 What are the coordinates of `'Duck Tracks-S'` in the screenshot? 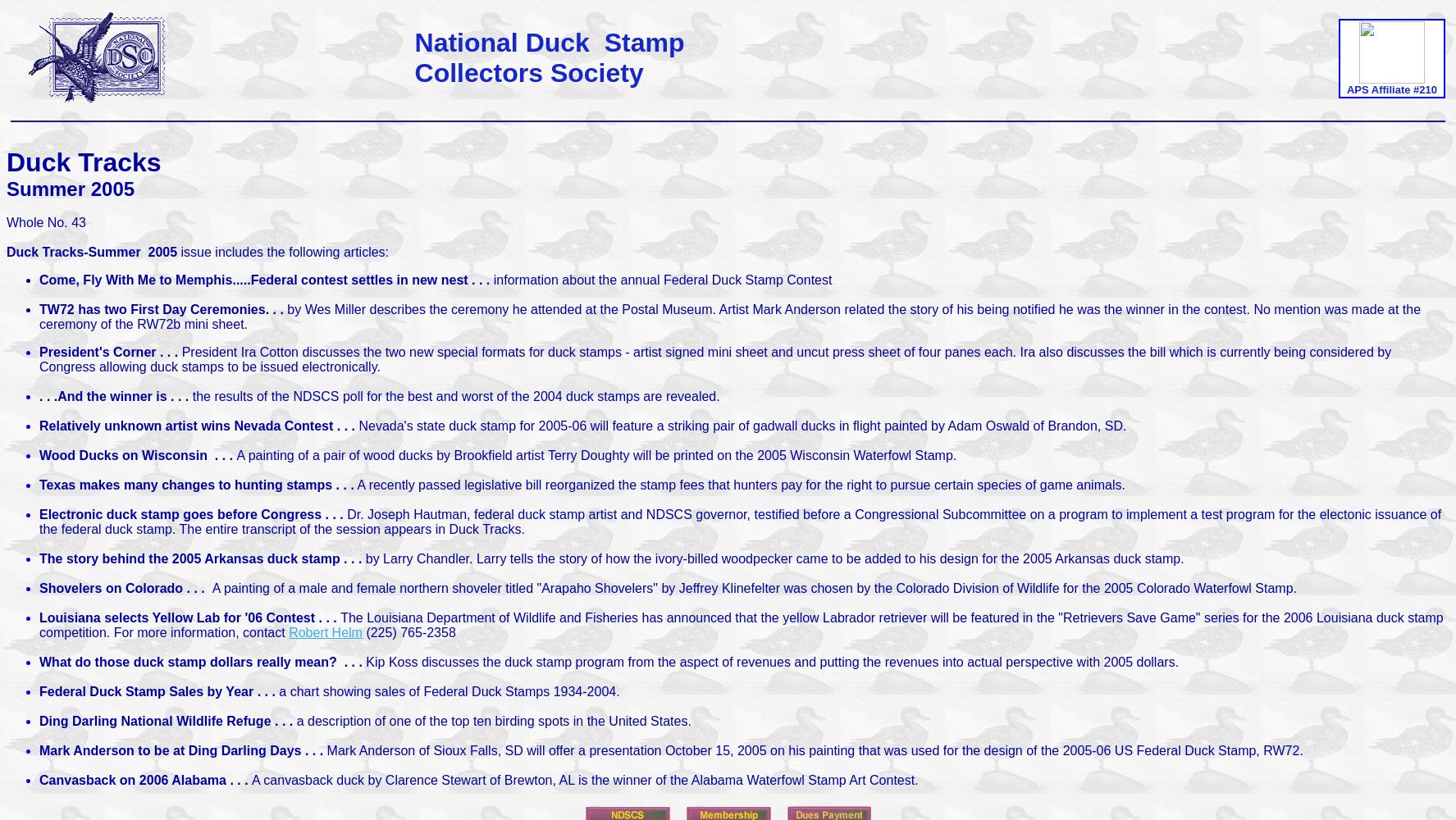 It's located at (51, 252).